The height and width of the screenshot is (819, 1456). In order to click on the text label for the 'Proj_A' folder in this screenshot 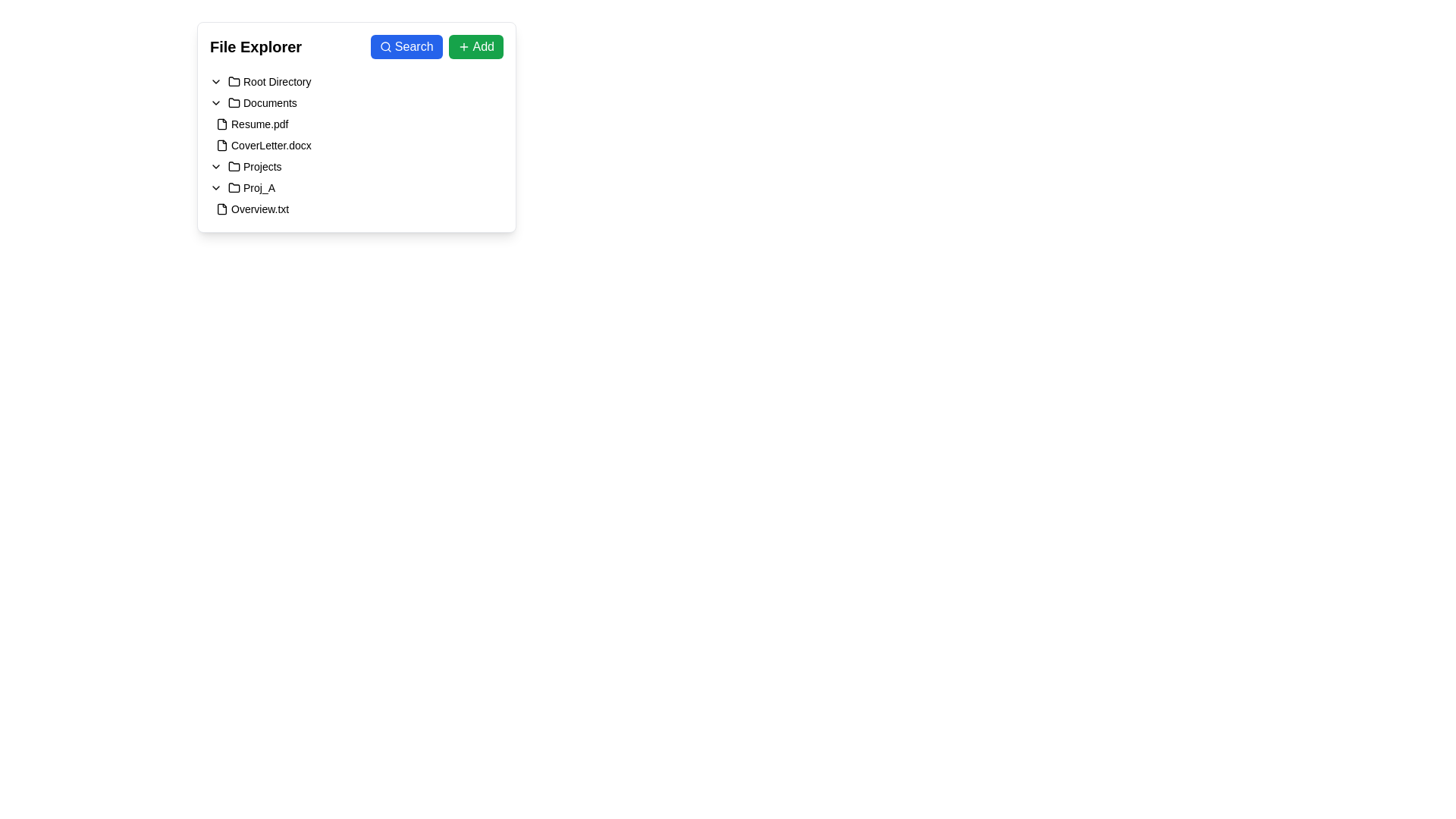, I will do `click(259, 187)`.